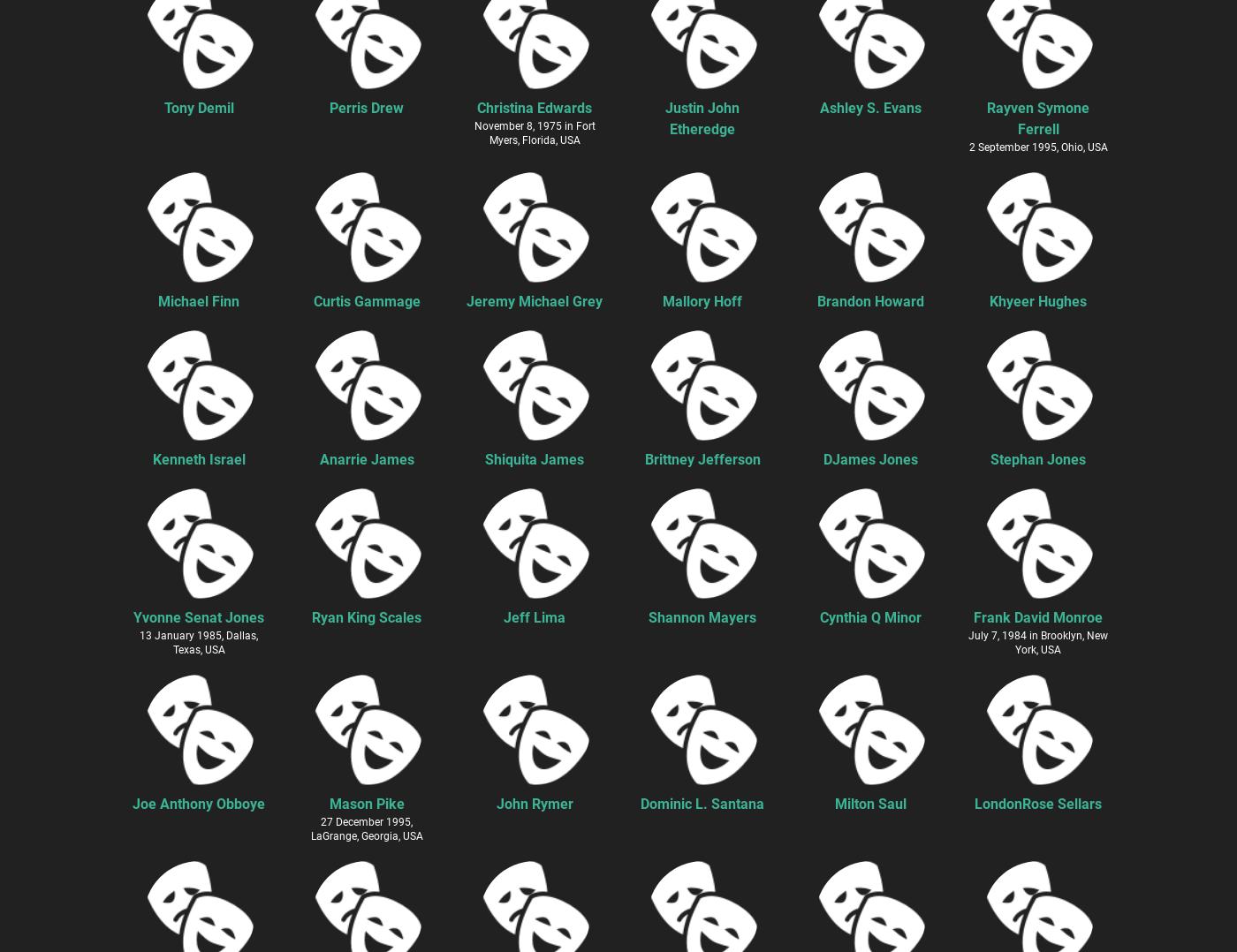 The width and height of the screenshot is (1237, 952). I want to click on 'Jeremy Michael Grey', so click(534, 299).